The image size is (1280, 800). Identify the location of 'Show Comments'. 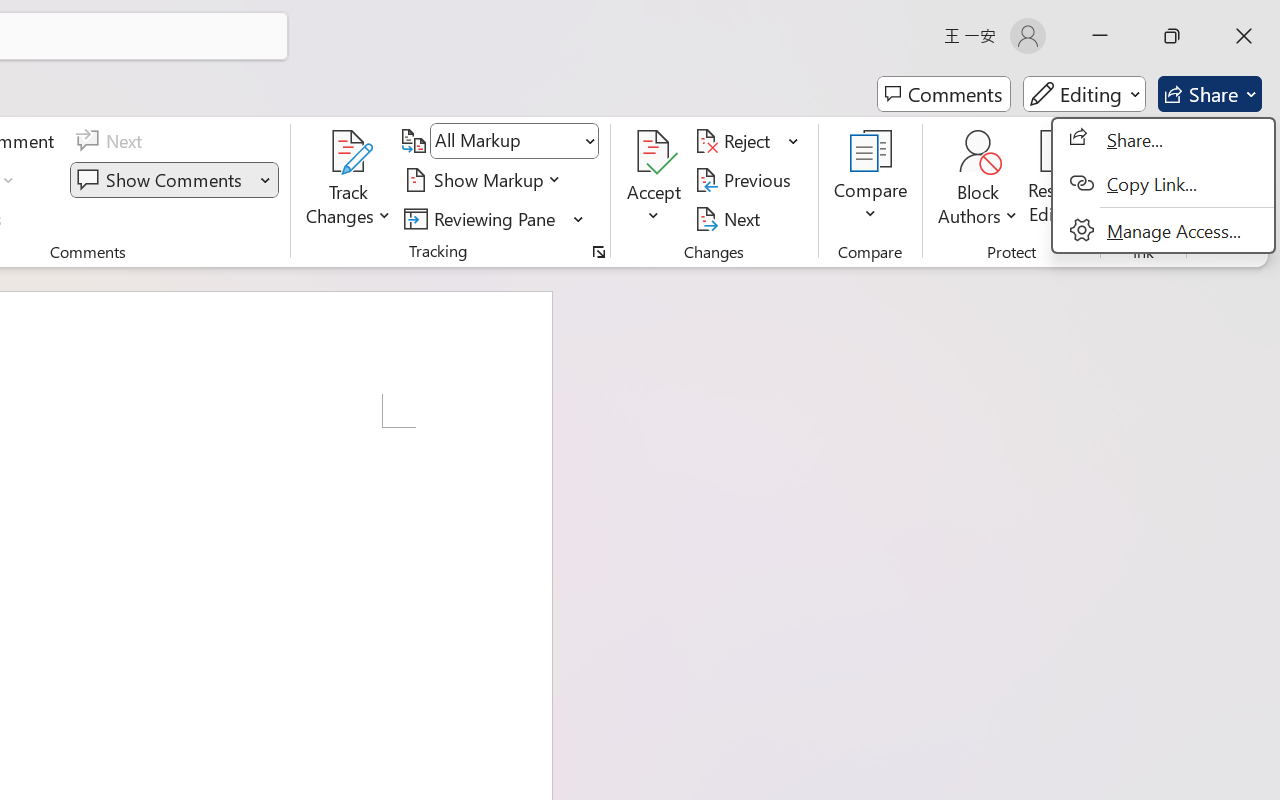
(162, 179).